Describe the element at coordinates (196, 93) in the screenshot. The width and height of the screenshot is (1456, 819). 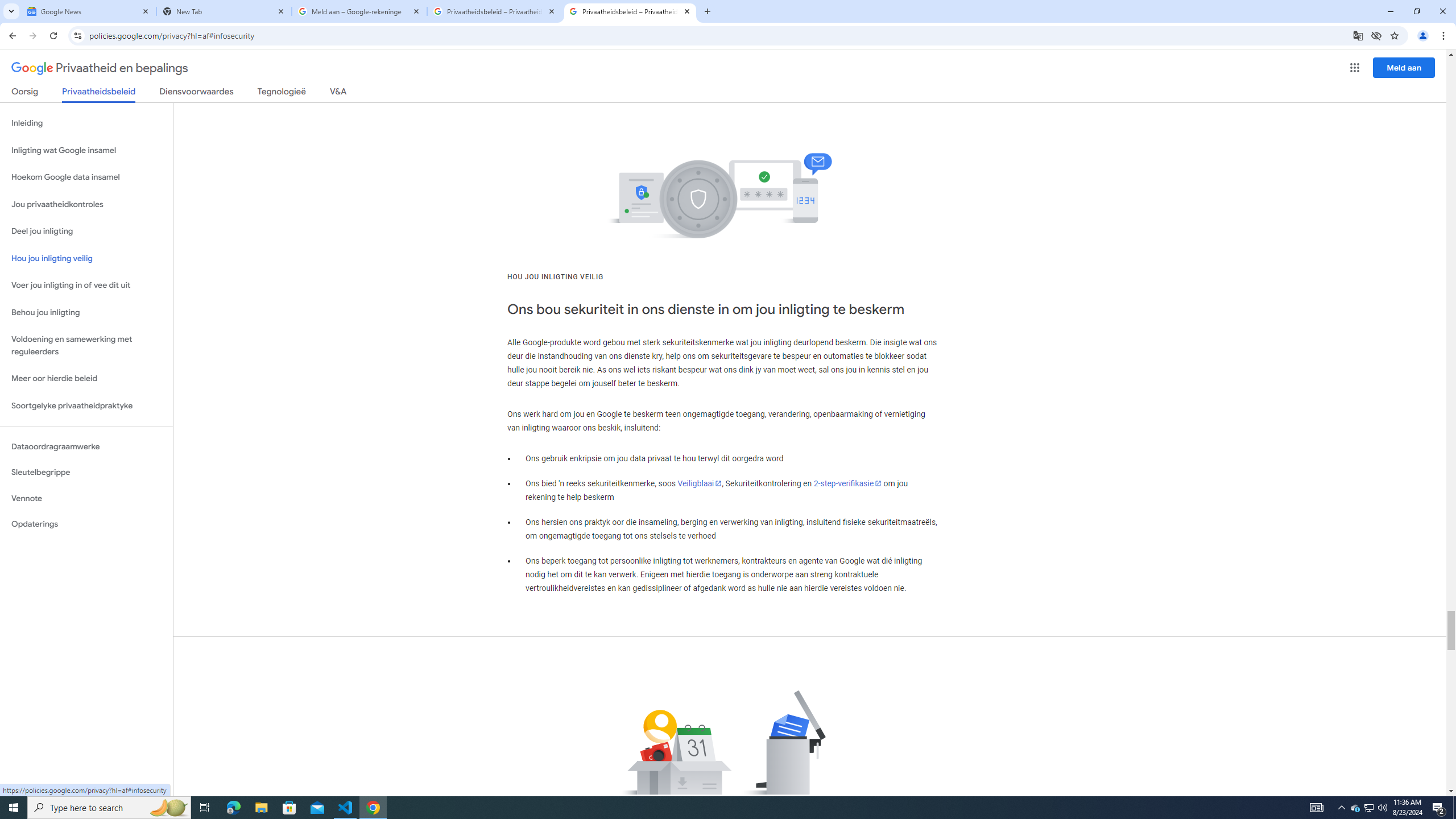
I see `'Diensvoorwaardes'` at that location.